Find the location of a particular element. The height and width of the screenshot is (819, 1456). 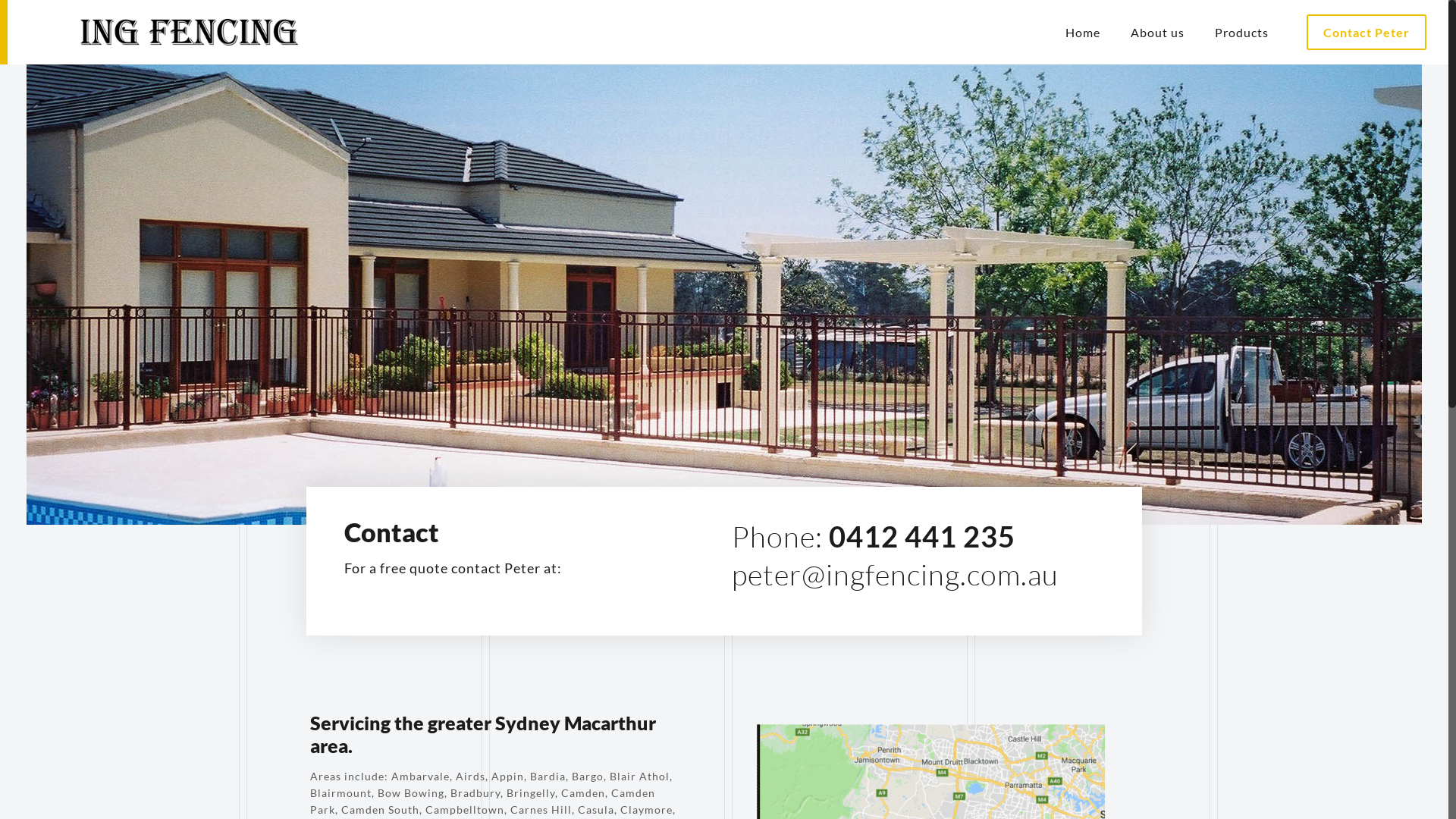

'ING Fencing' is located at coordinates (168, 32).